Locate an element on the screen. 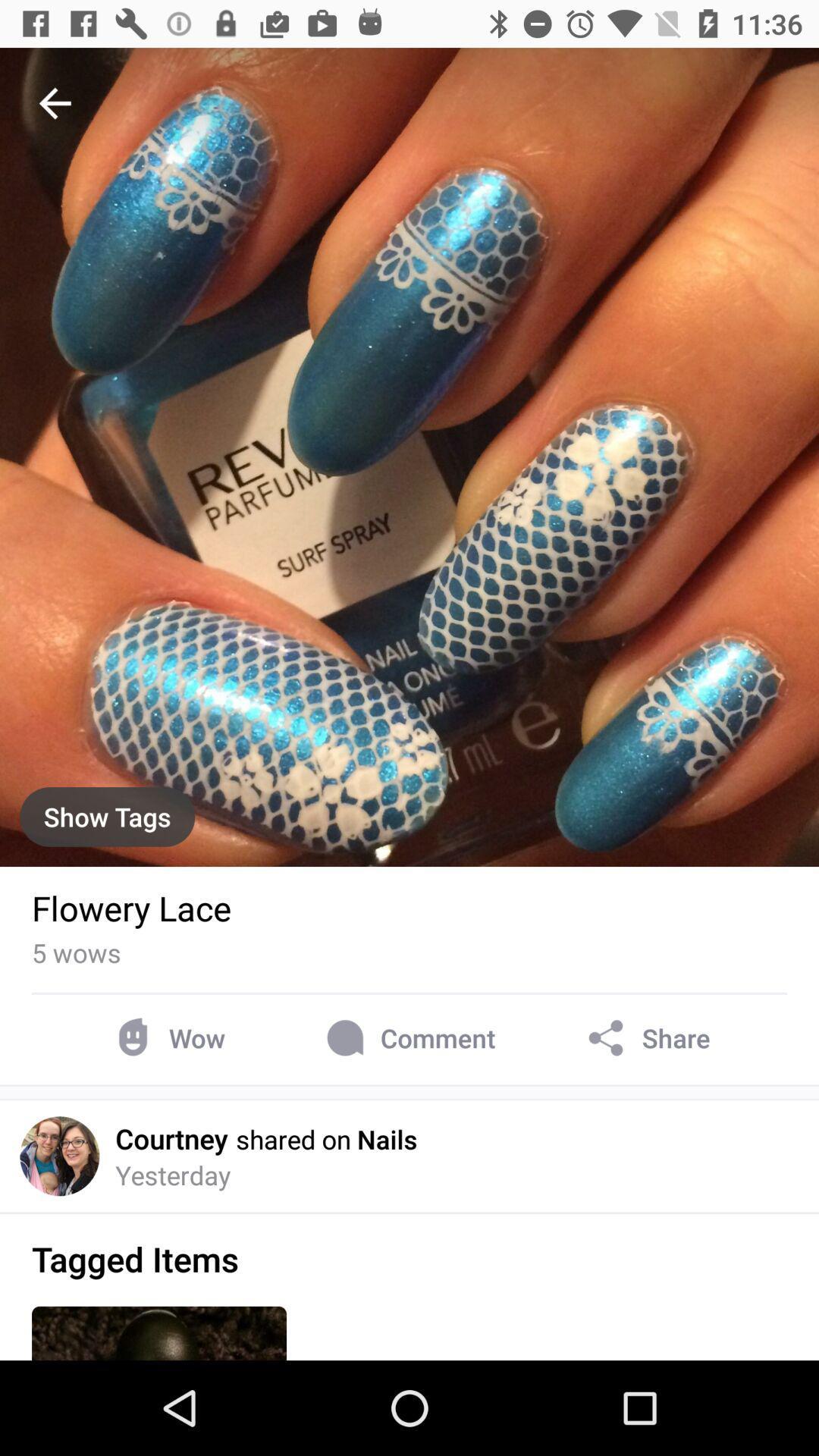  icon at the bottom right corner is located at coordinates (646, 1037).